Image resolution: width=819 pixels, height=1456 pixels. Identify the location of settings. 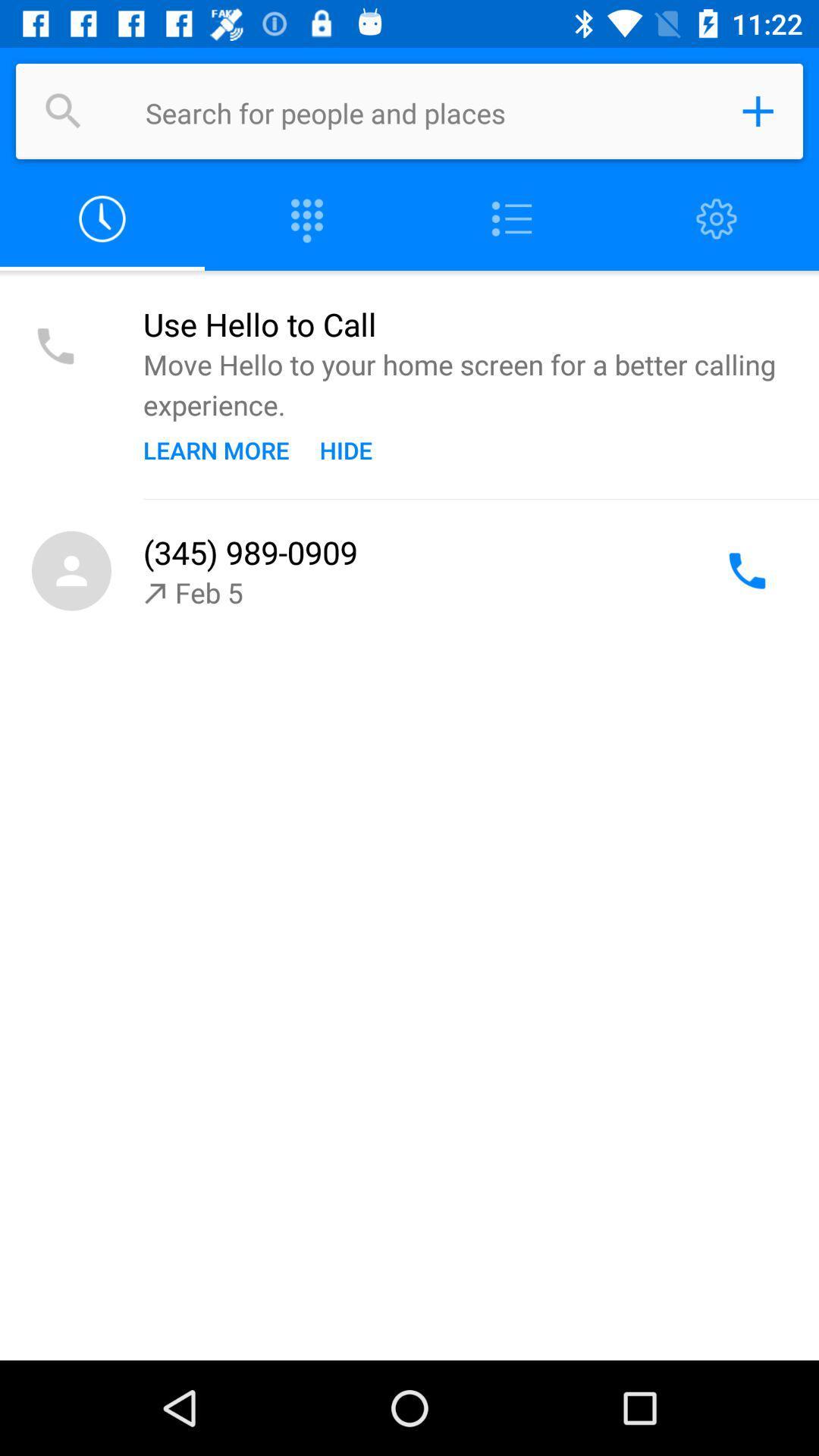
(717, 218).